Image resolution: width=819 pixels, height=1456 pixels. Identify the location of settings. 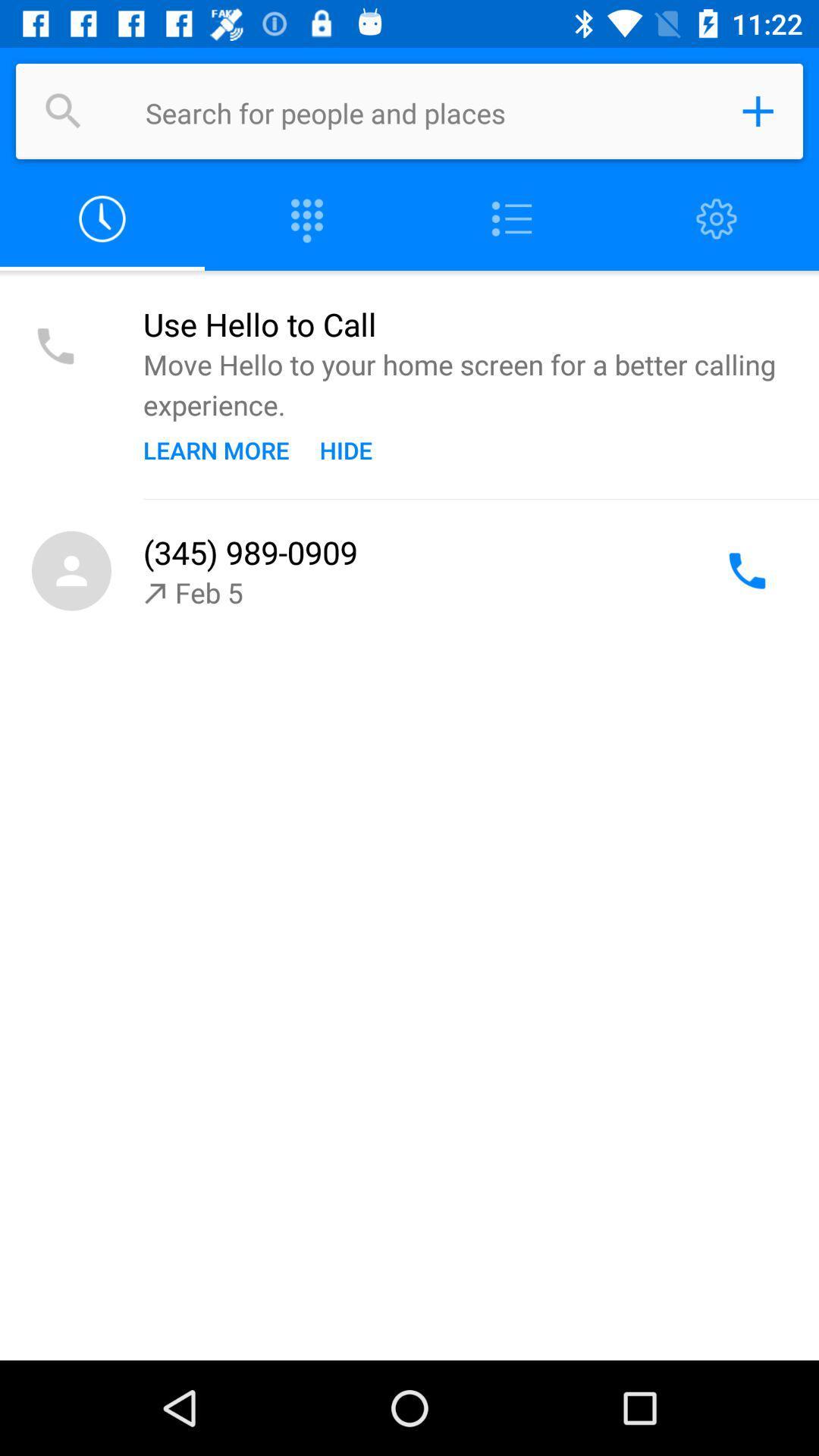
(717, 218).